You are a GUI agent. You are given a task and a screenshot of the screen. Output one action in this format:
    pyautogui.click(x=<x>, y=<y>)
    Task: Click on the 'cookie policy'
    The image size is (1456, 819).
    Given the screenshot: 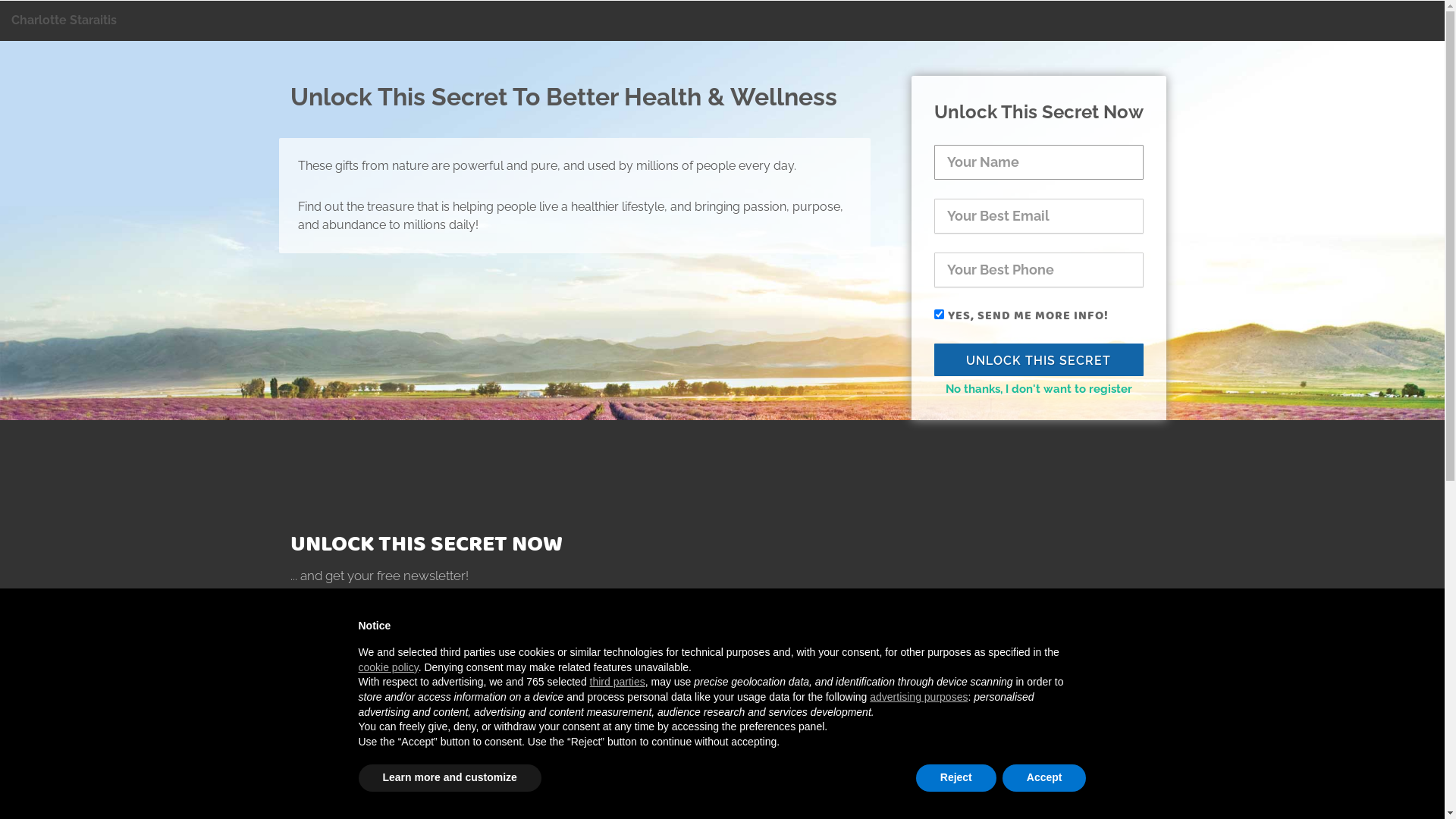 What is the action you would take?
    pyautogui.click(x=356, y=666)
    